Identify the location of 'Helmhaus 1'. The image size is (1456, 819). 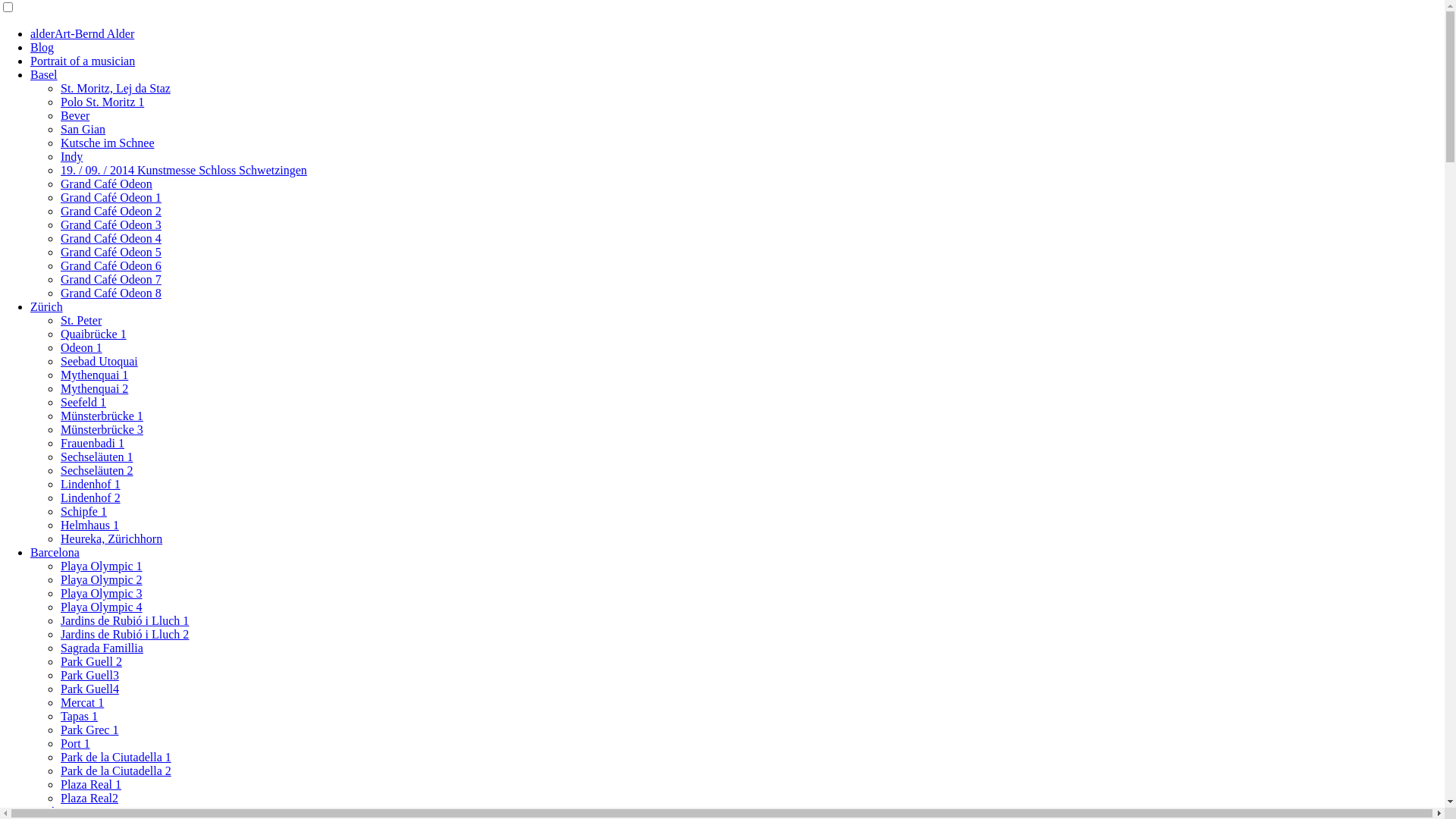
(61, 524).